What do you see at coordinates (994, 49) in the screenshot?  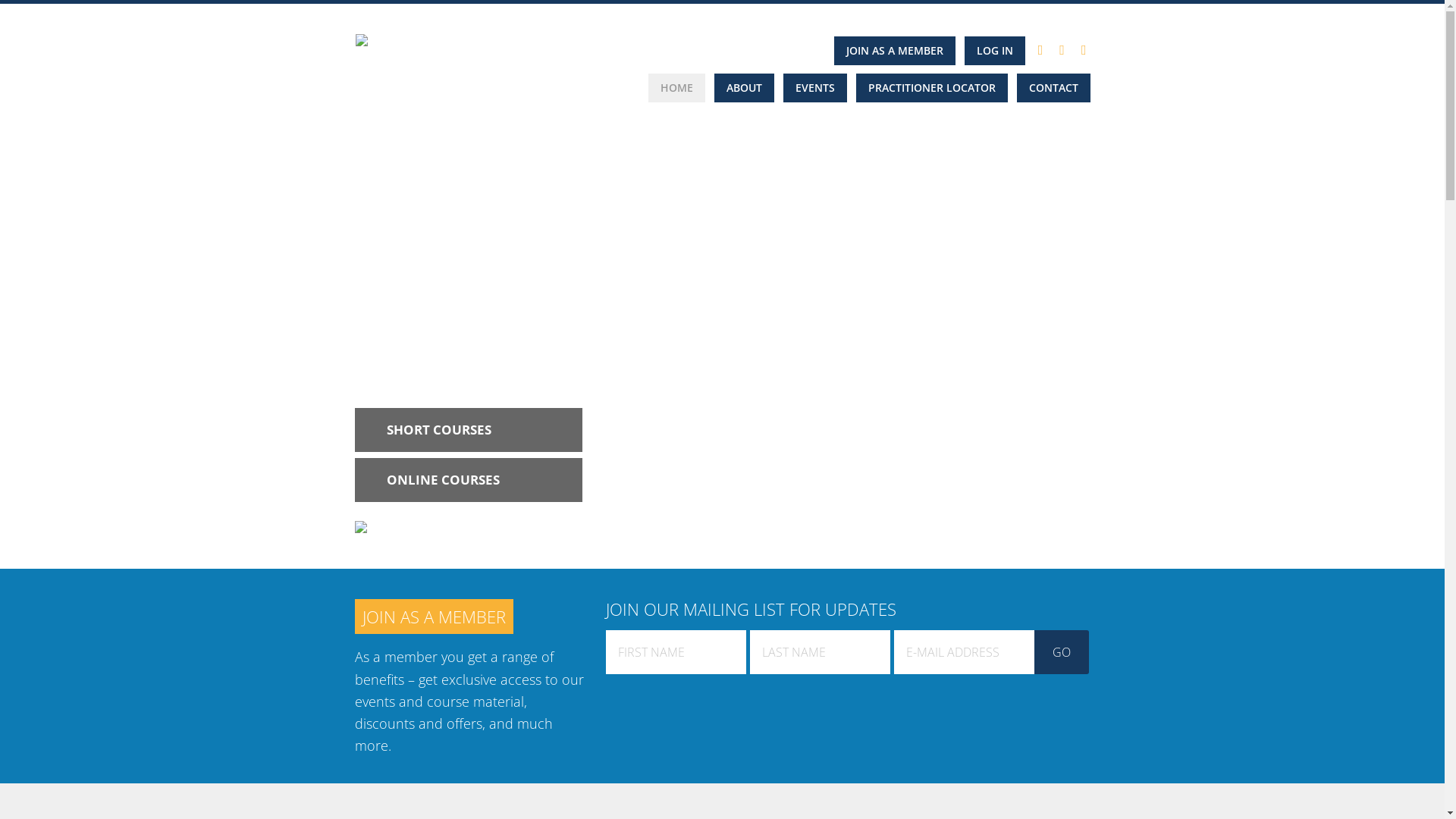 I see `'LOG IN'` at bounding box center [994, 49].